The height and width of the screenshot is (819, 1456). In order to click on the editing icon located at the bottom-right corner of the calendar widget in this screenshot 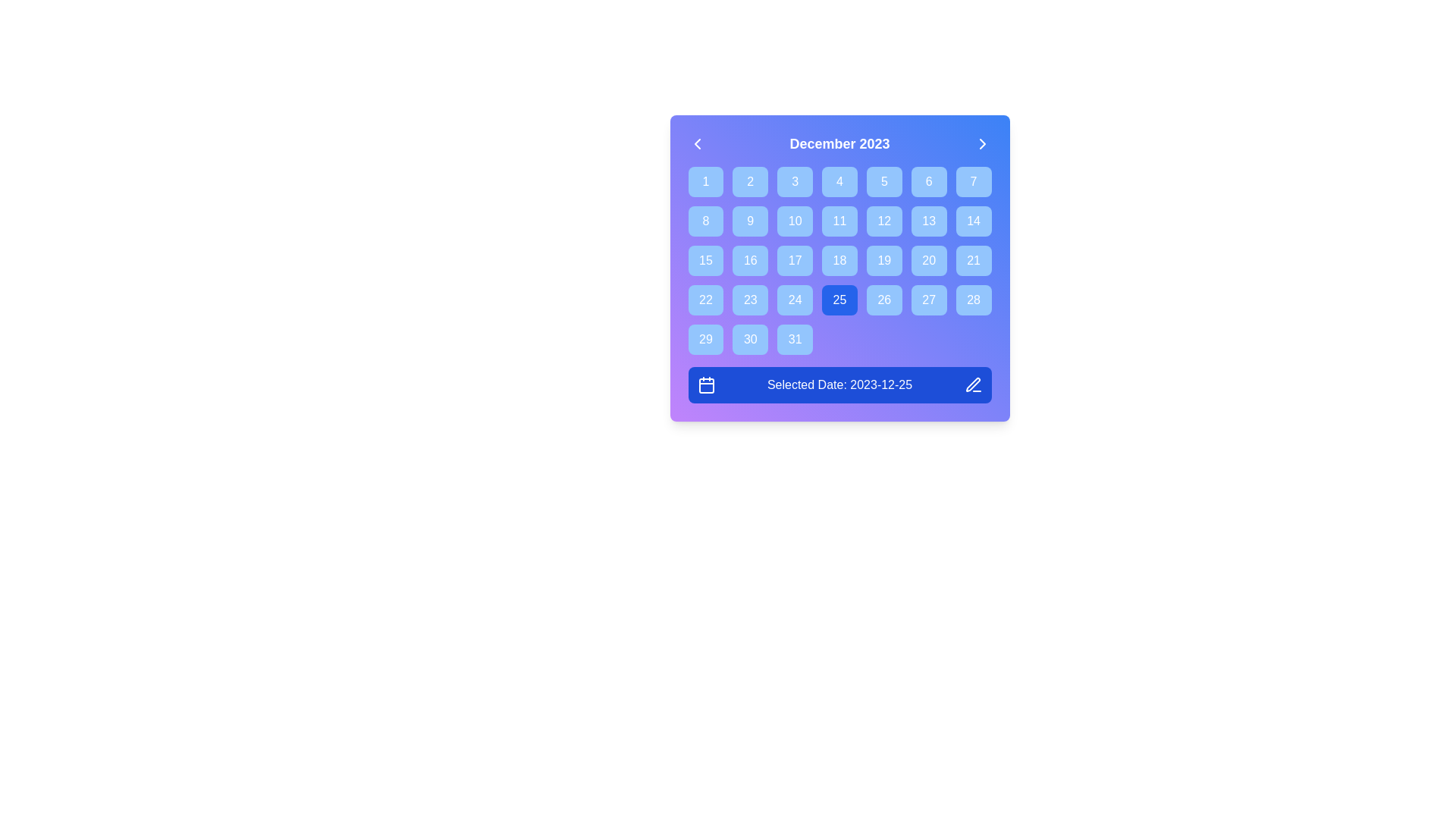, I will do `click(972, 384)`.